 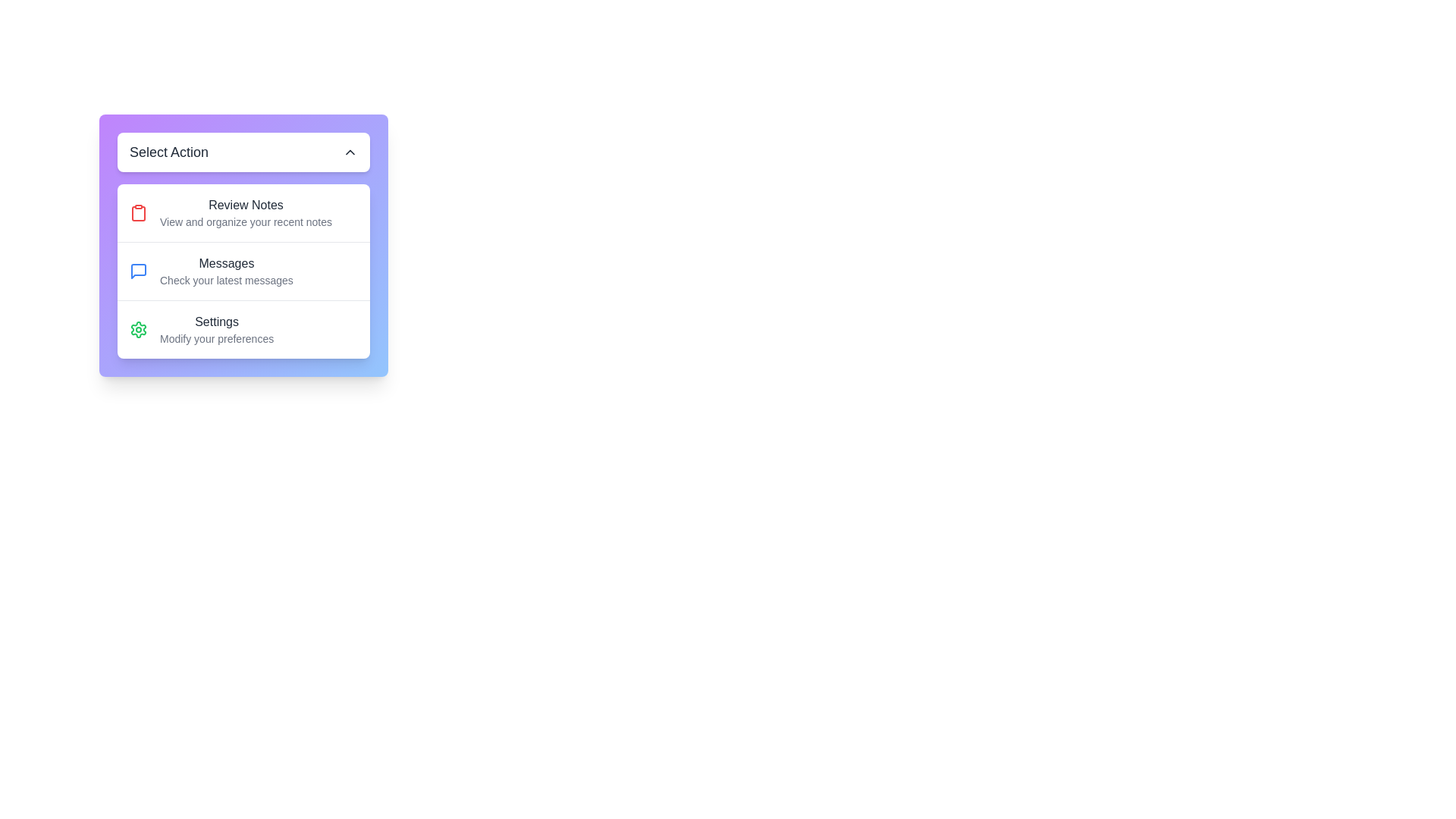 What do you see at coordinates (243, 270) in the screenshot?
I see `the second menu item in the vertical list of options` at bounding box center [243, 270].